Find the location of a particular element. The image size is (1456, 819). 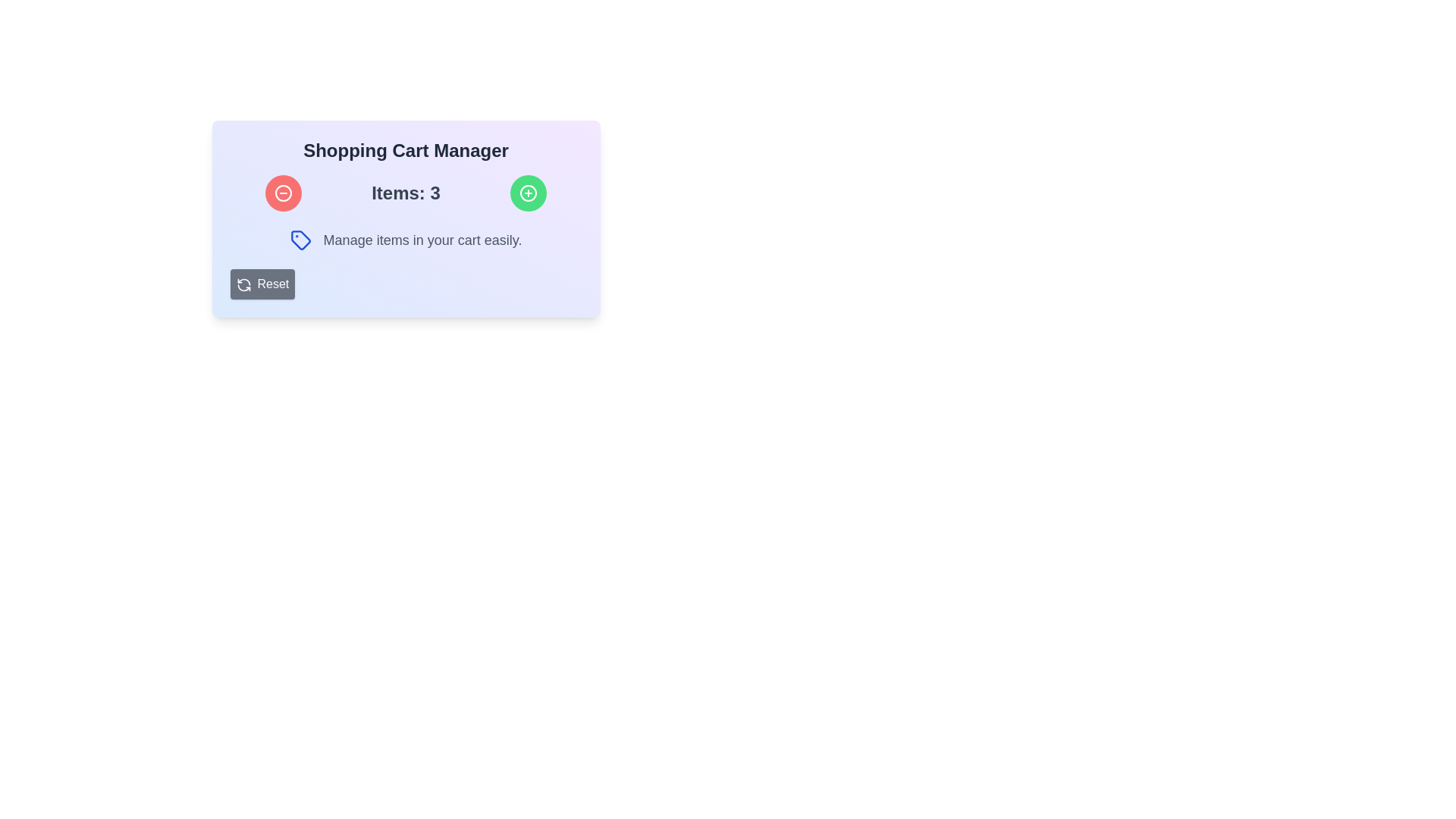

the reset icon within the 'Reset' button located in the bottom-left region of the 'Shopping Cart Manager' card to initiate a reset action is located at coordinates (243, 284).